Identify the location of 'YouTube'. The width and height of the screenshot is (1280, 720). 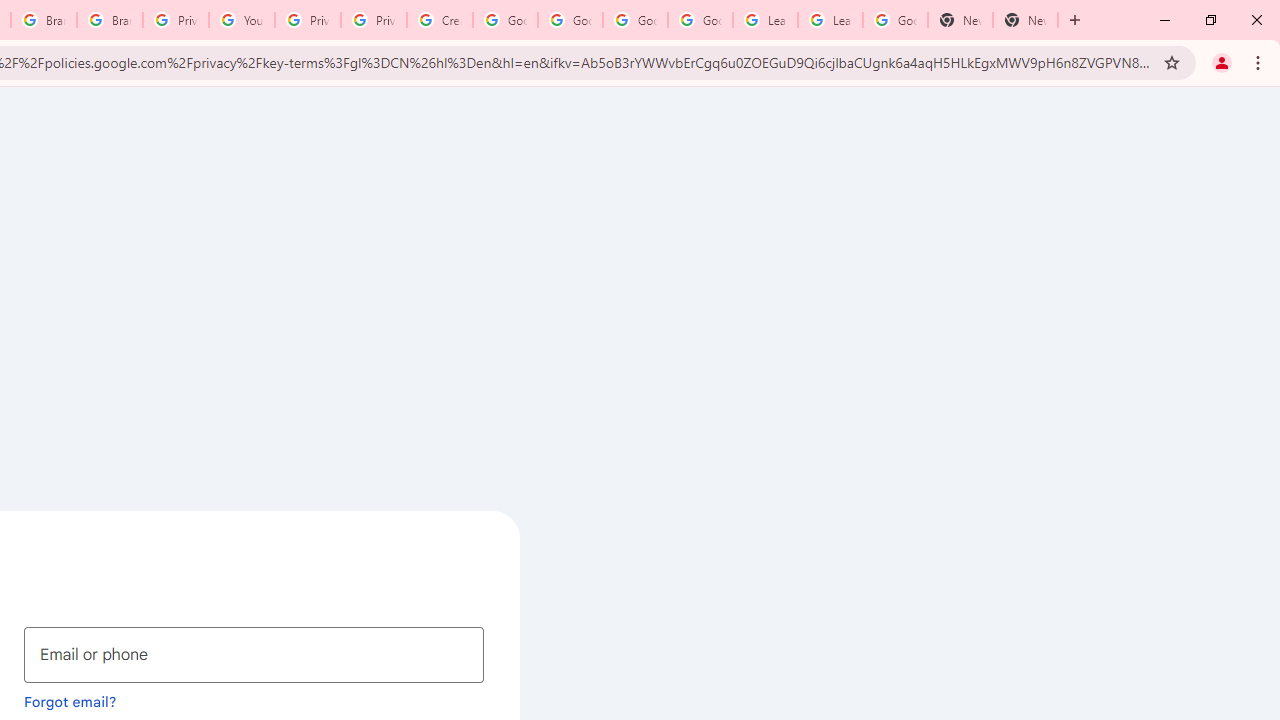
(240, 20).